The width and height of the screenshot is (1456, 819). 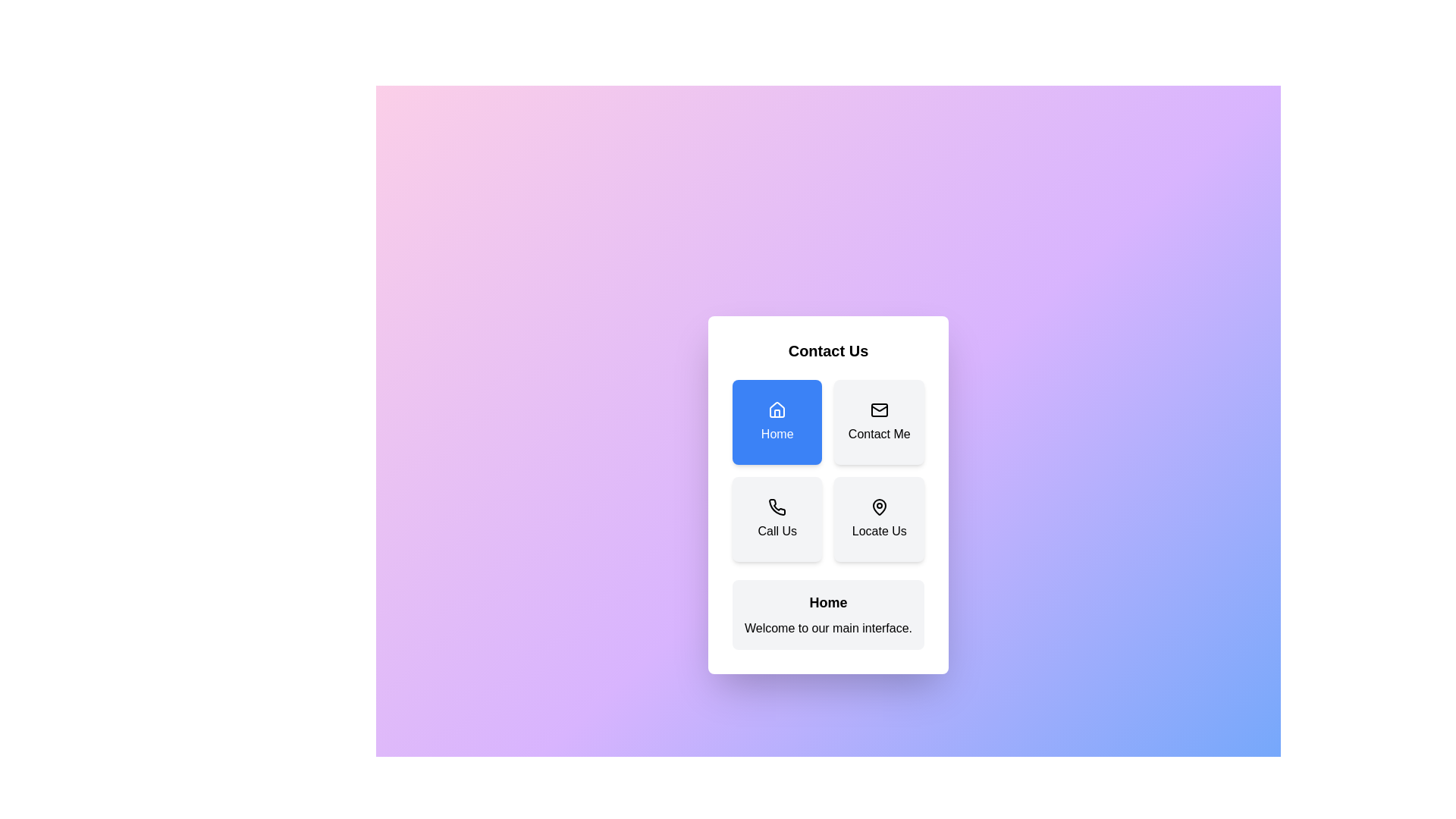 What do you see at coordinates (878, 422) in the screenshot?
I see `the button corresponding to Contact Me to display its details` at bounding box center [878, 422].